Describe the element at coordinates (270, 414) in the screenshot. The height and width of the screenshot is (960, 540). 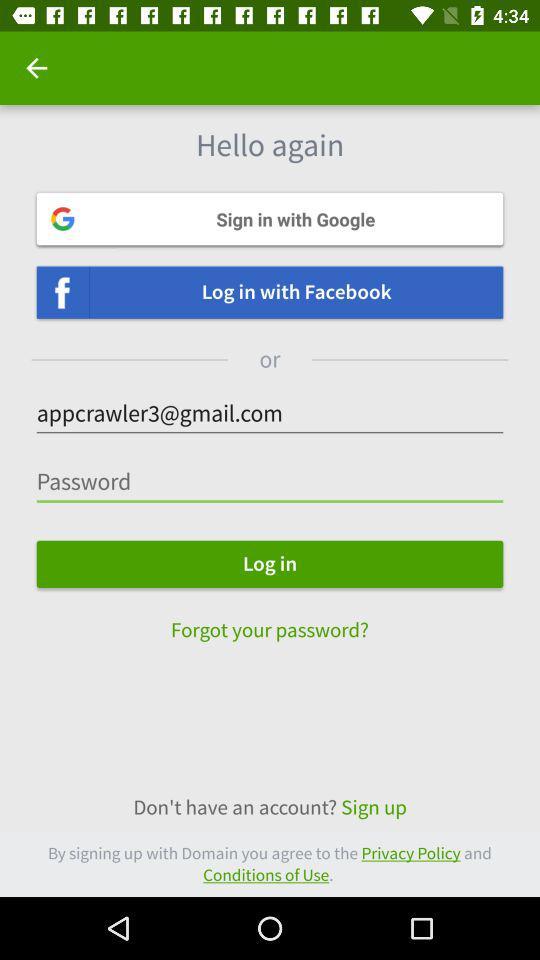
I see `the text which is below or` at that location.